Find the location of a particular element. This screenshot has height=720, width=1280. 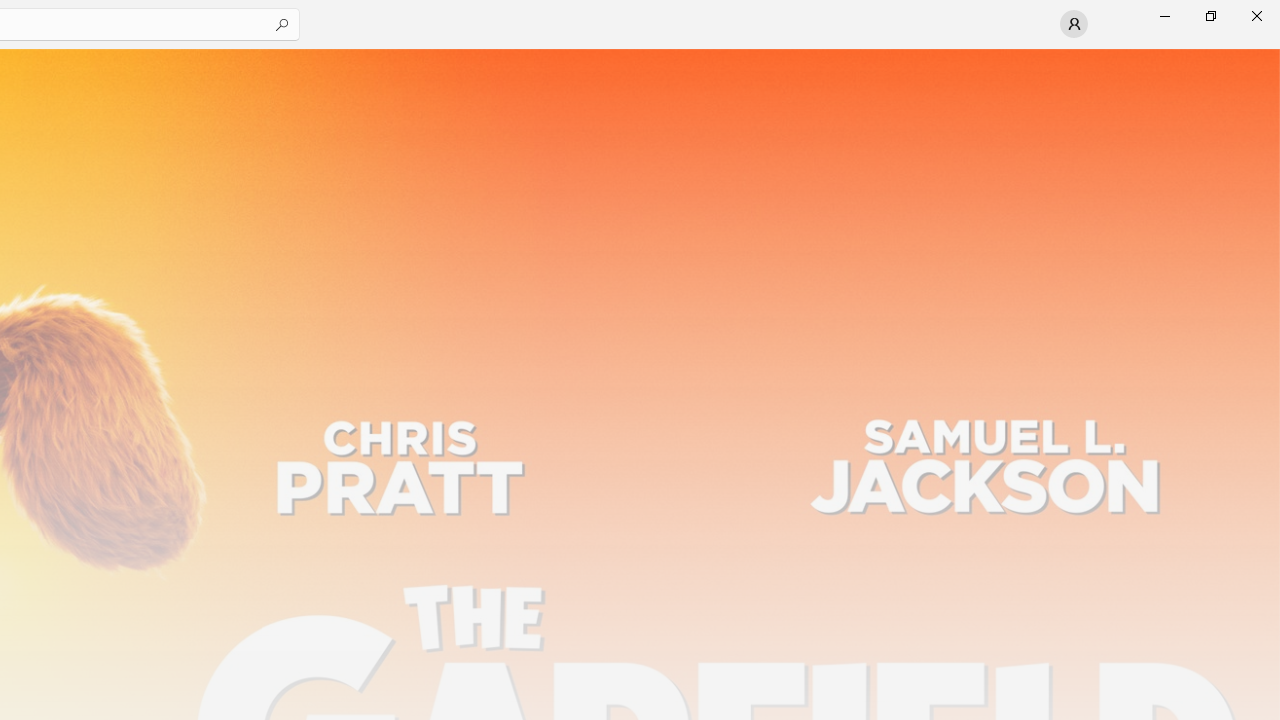

'Restore Microsoft Store' is located at coordinates (1209, 15).